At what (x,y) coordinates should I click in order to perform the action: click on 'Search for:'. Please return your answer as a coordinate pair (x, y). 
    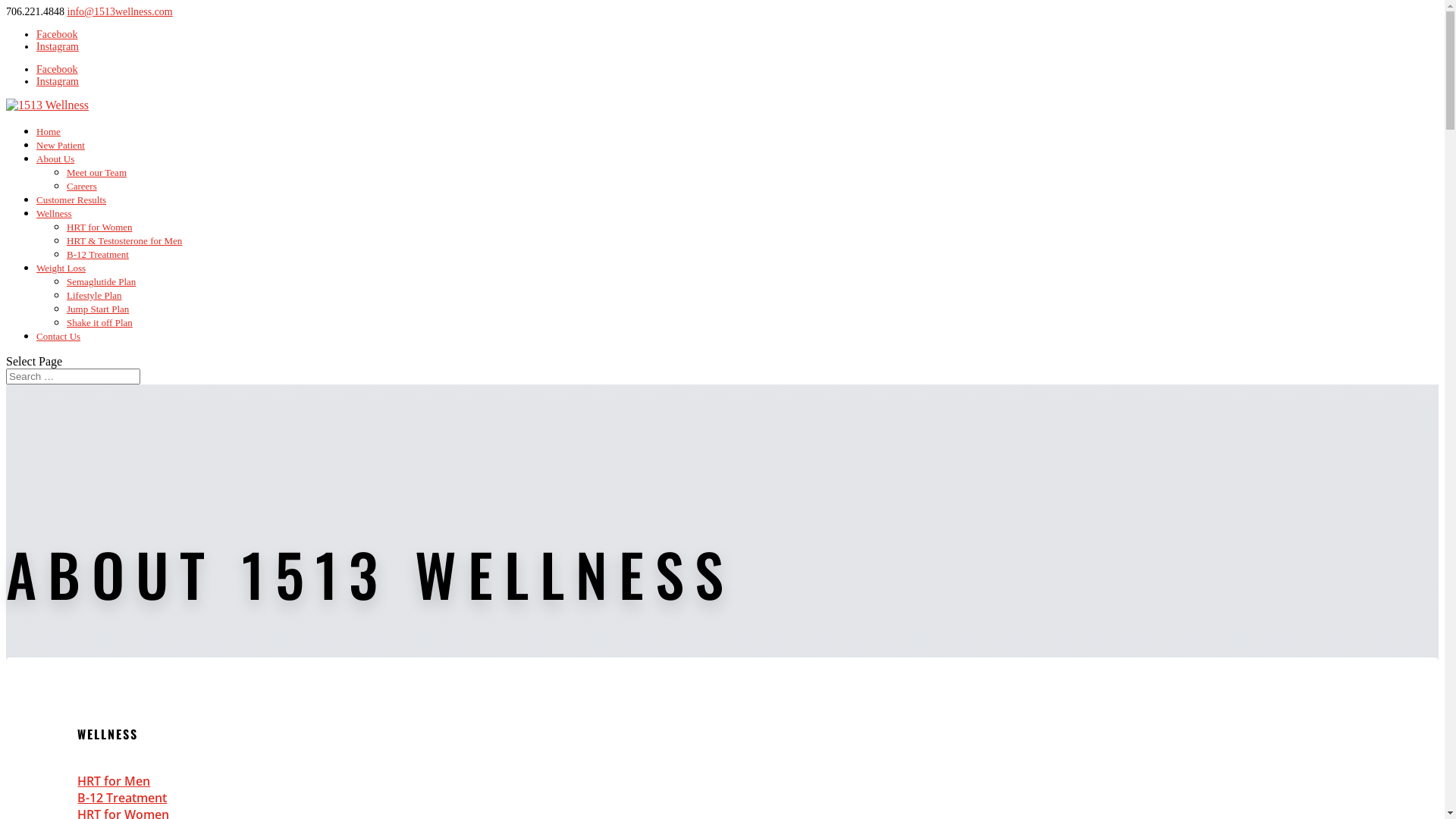
    Looking at the image, I should click on (6, 375).